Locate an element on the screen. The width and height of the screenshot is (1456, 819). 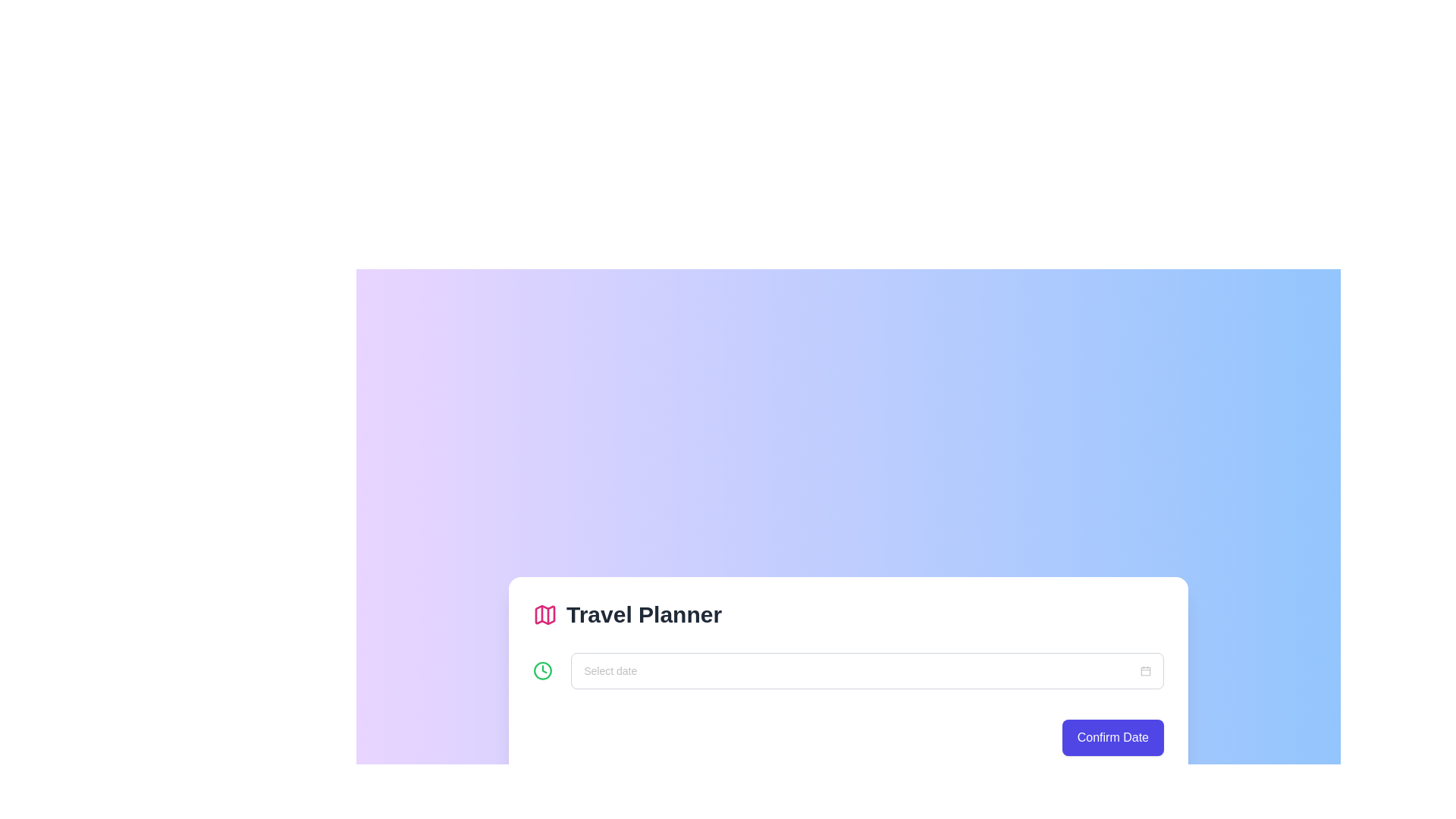
the SVG icon located at the top-left of the 'Select date' input field, which serves as an illustrative or decorative indicator for the input purpose is located at coordinates (543, 670).